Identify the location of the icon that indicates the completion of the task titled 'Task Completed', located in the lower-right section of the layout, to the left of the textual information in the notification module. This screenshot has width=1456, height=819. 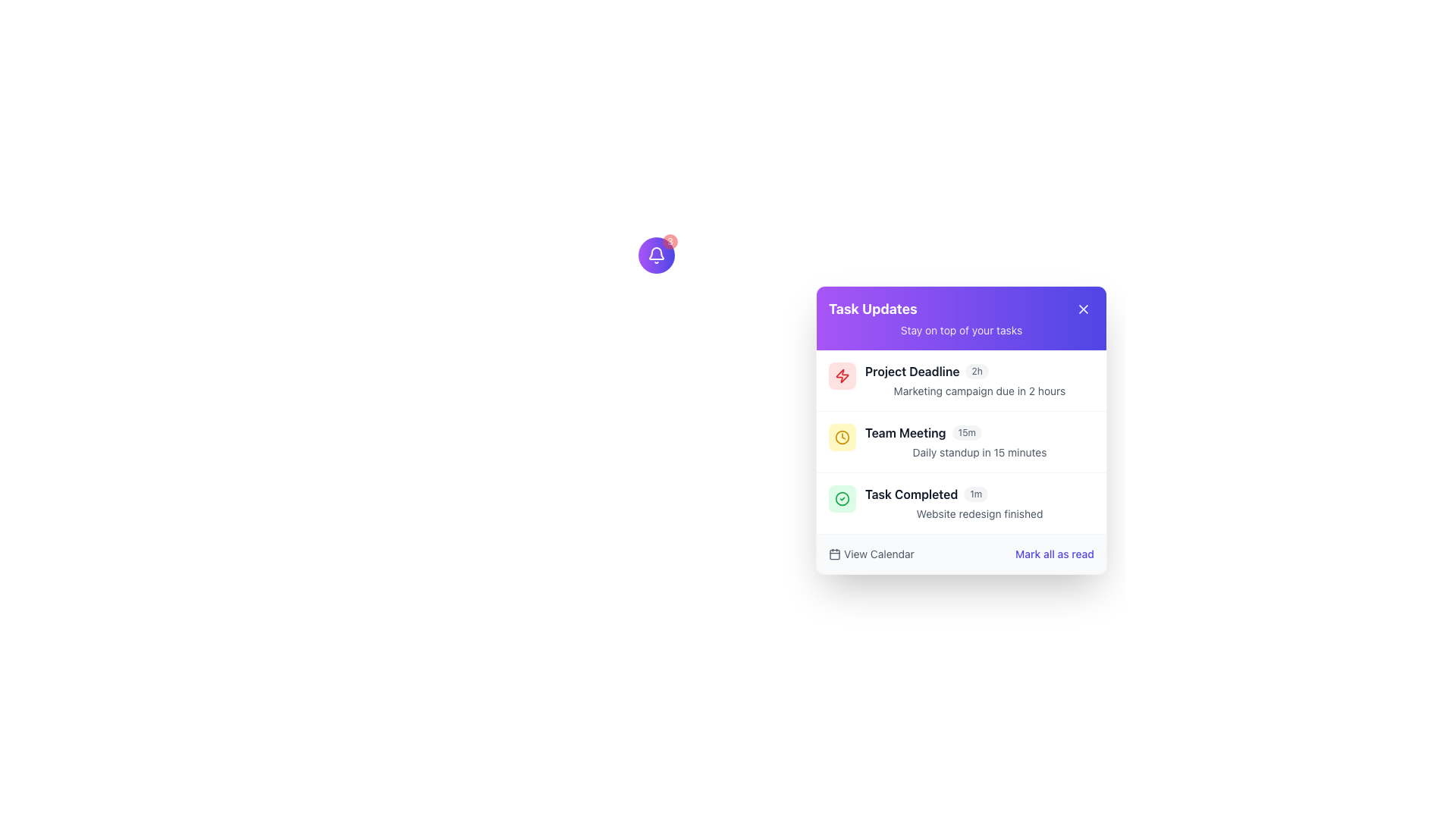
(841, 499).